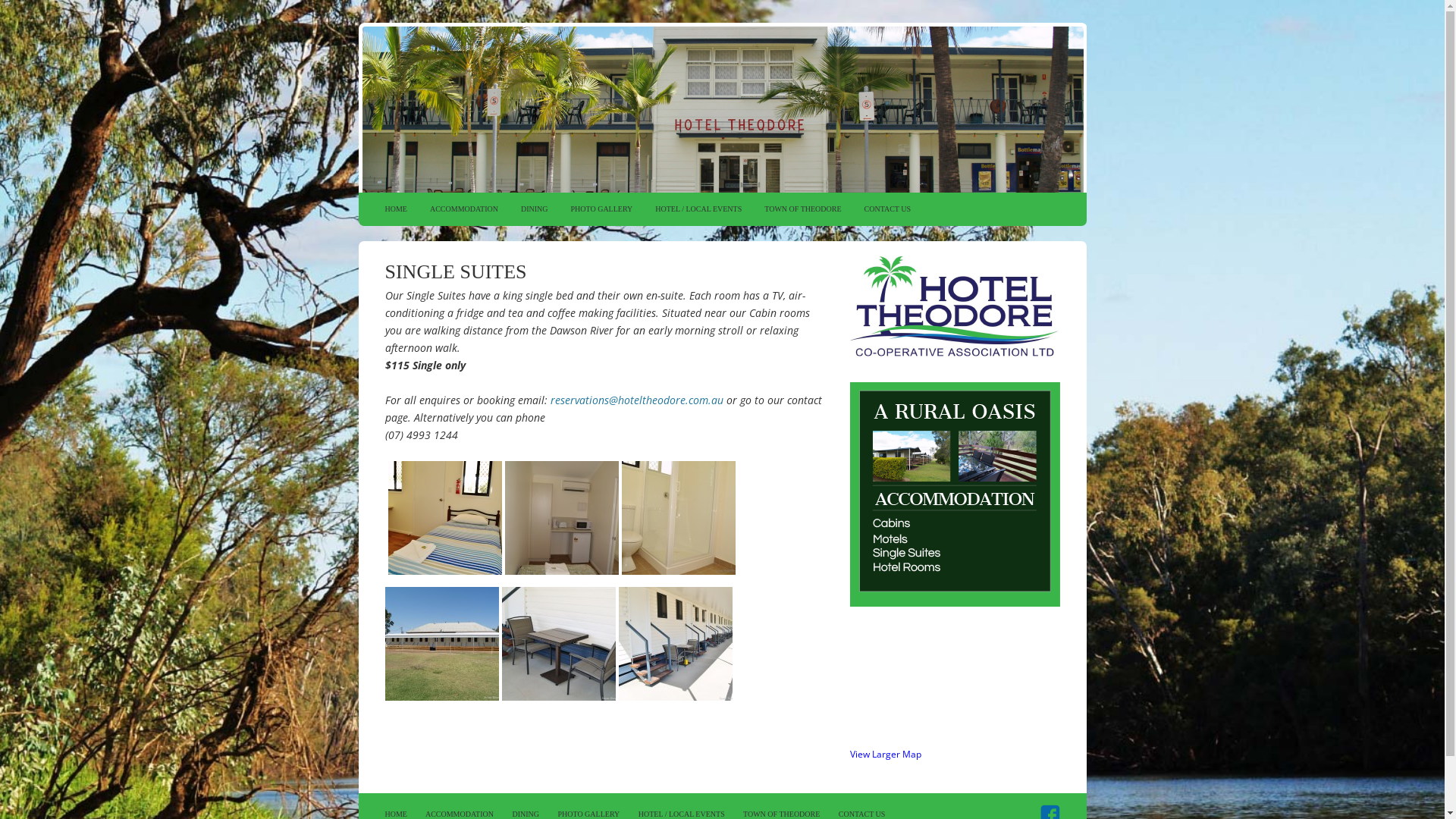 The width and height of the screenshot is (1456, 819). Describe the element at coordinates (852, 209) in the screenshot. I see `'CONTACT US'` at that location.